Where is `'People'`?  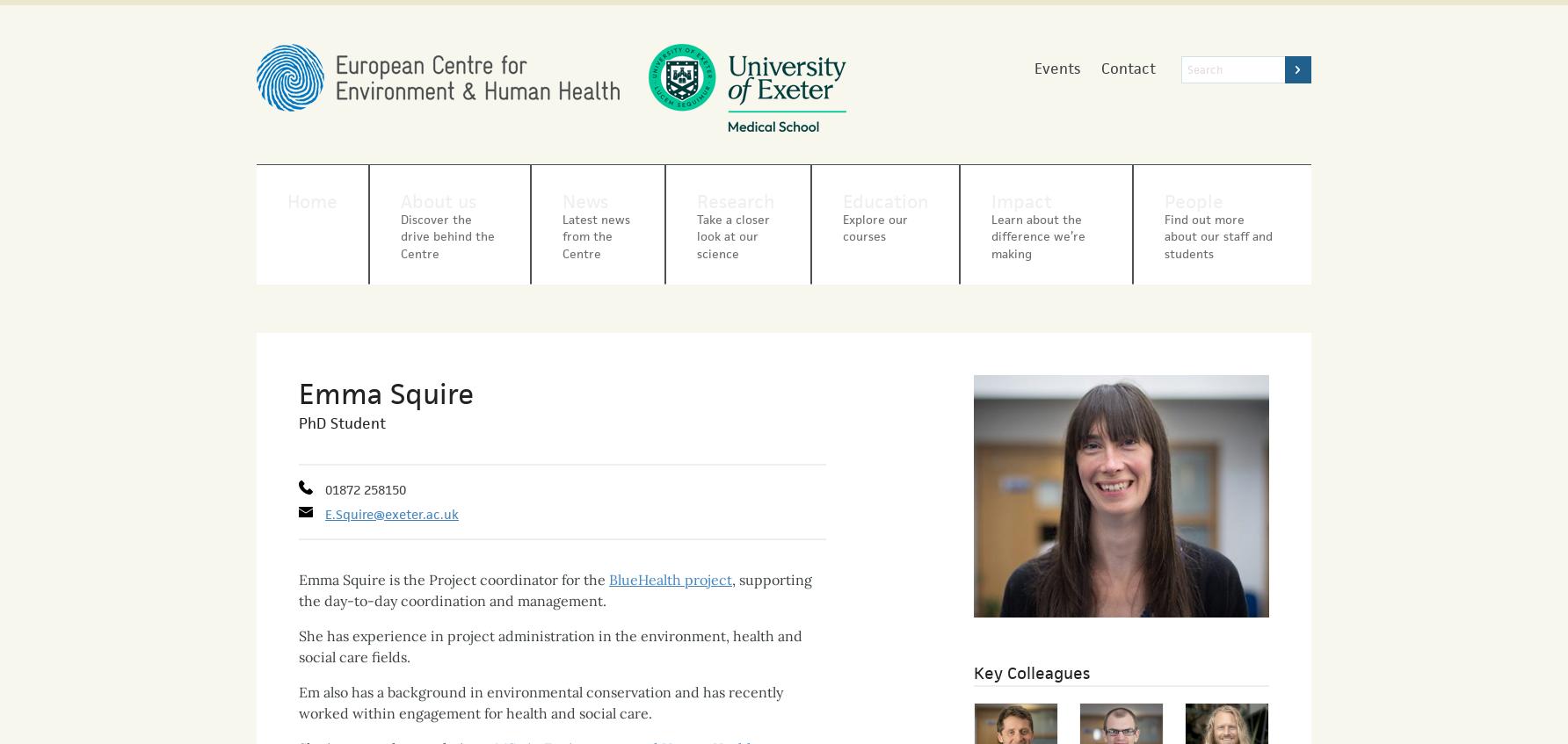
'People' is located at coordinates (1138, 191).